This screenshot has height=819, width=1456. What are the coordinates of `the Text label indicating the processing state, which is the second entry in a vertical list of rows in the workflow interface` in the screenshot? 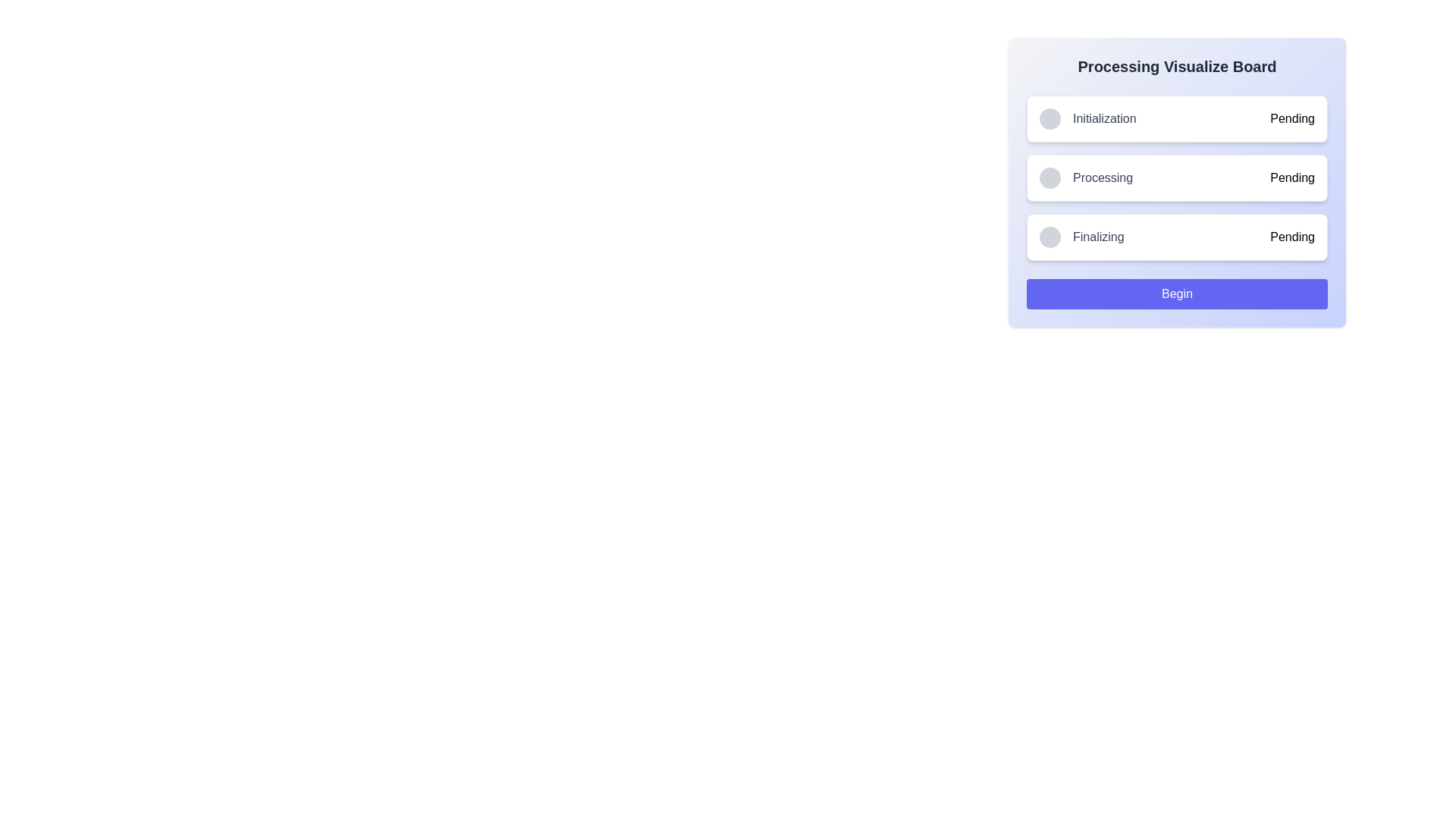 It's located at (1103, 177).